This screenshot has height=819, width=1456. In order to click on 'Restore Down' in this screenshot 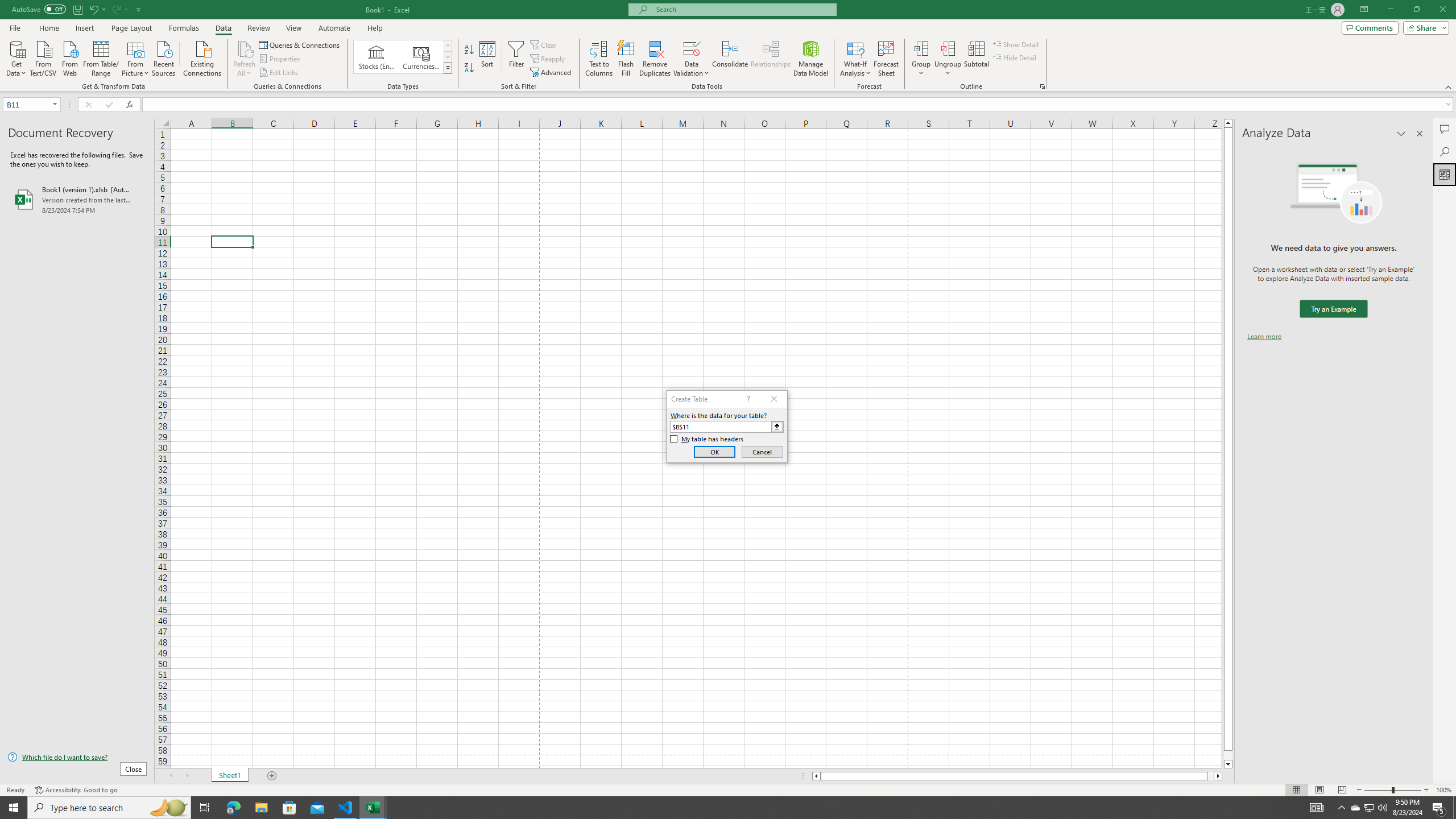, I will do `click(1416, 9)`.